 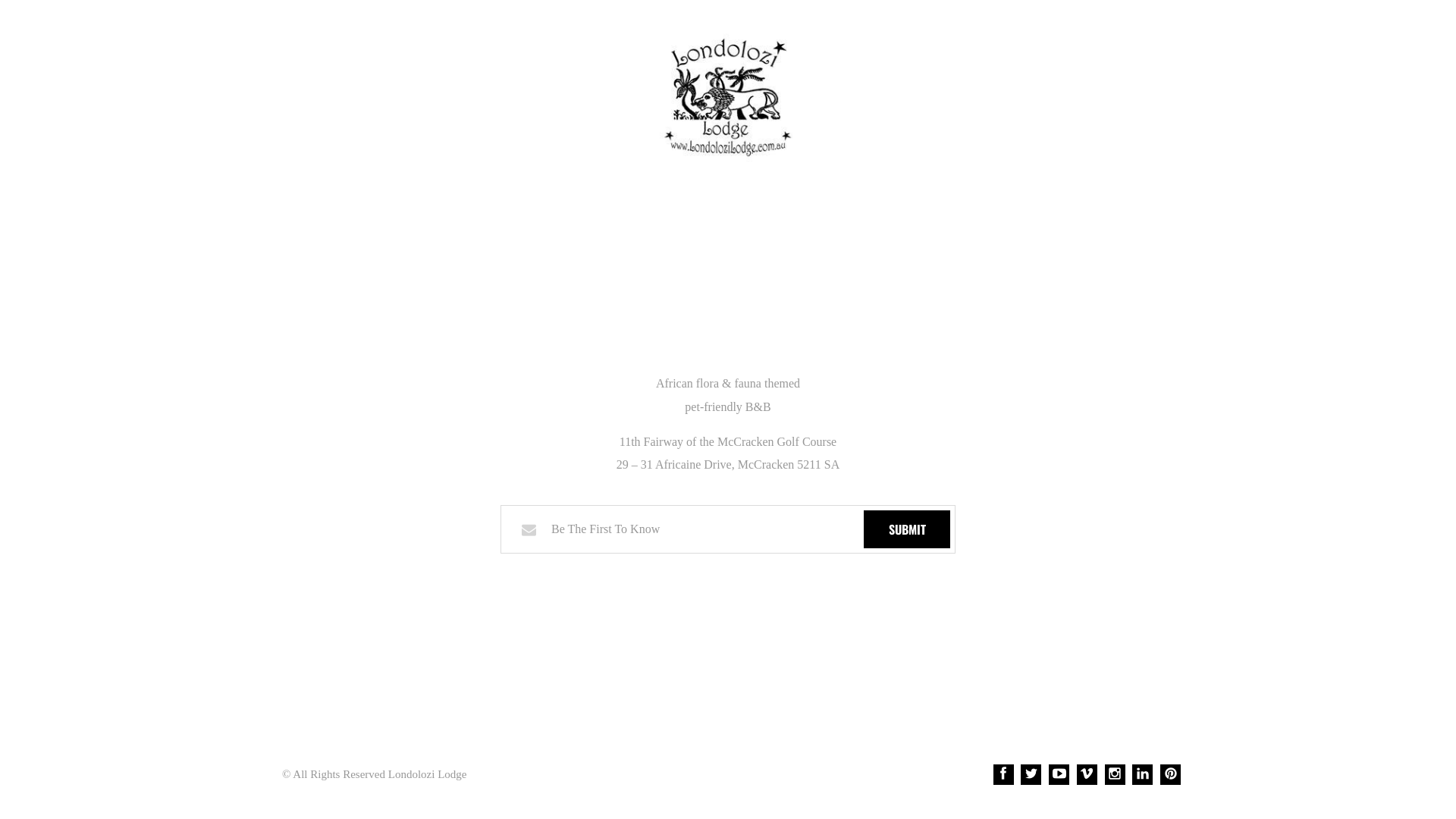 What do you see at coordinates (906, 529) in the screenshot?
I see `'SUBMIT'` at bounding box center [906, 529].